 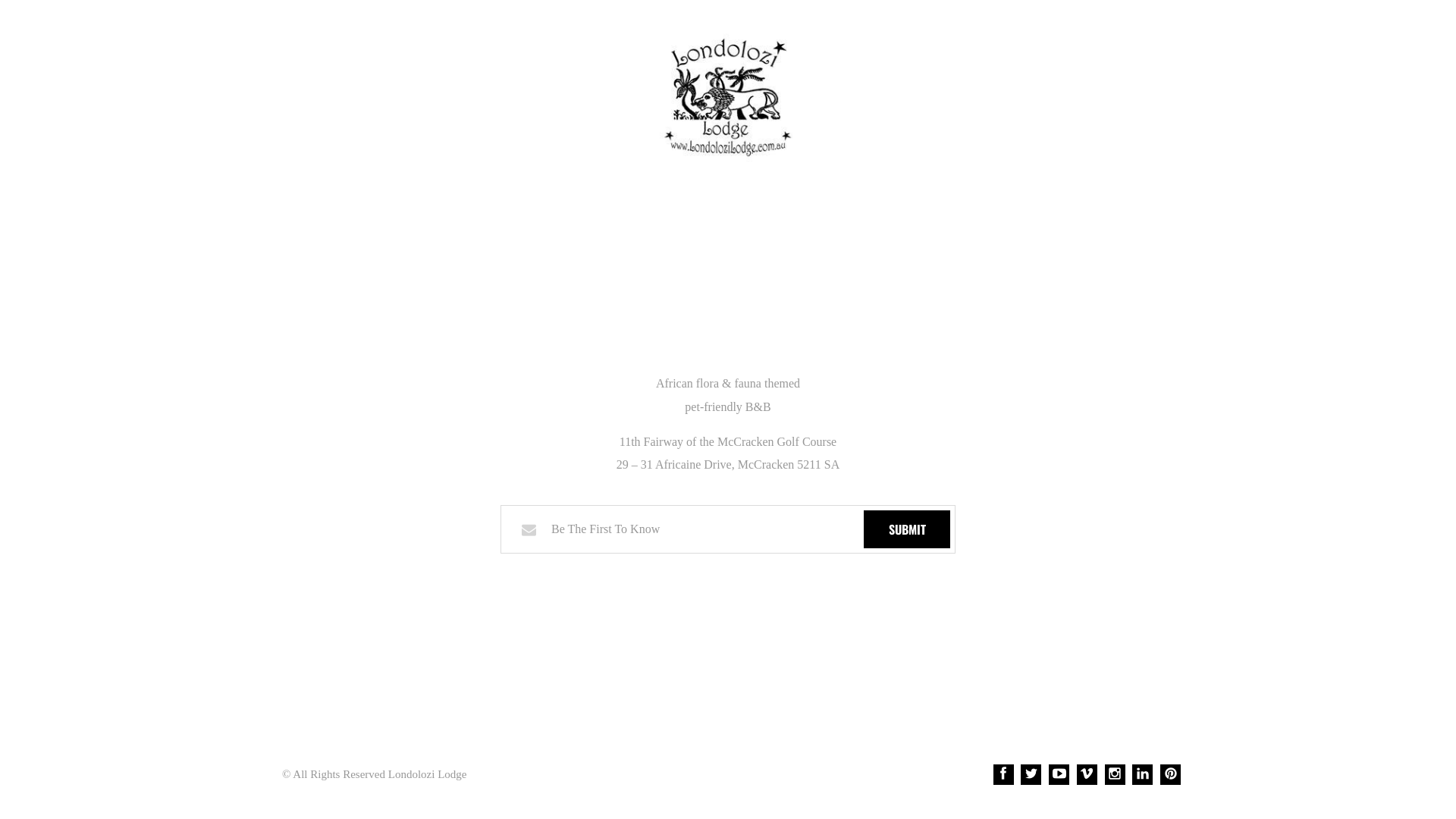 What do you see at coordinates (906, 529) in the screenshot?
I see `'SUBMIT'` at bounding box center [906, 529].